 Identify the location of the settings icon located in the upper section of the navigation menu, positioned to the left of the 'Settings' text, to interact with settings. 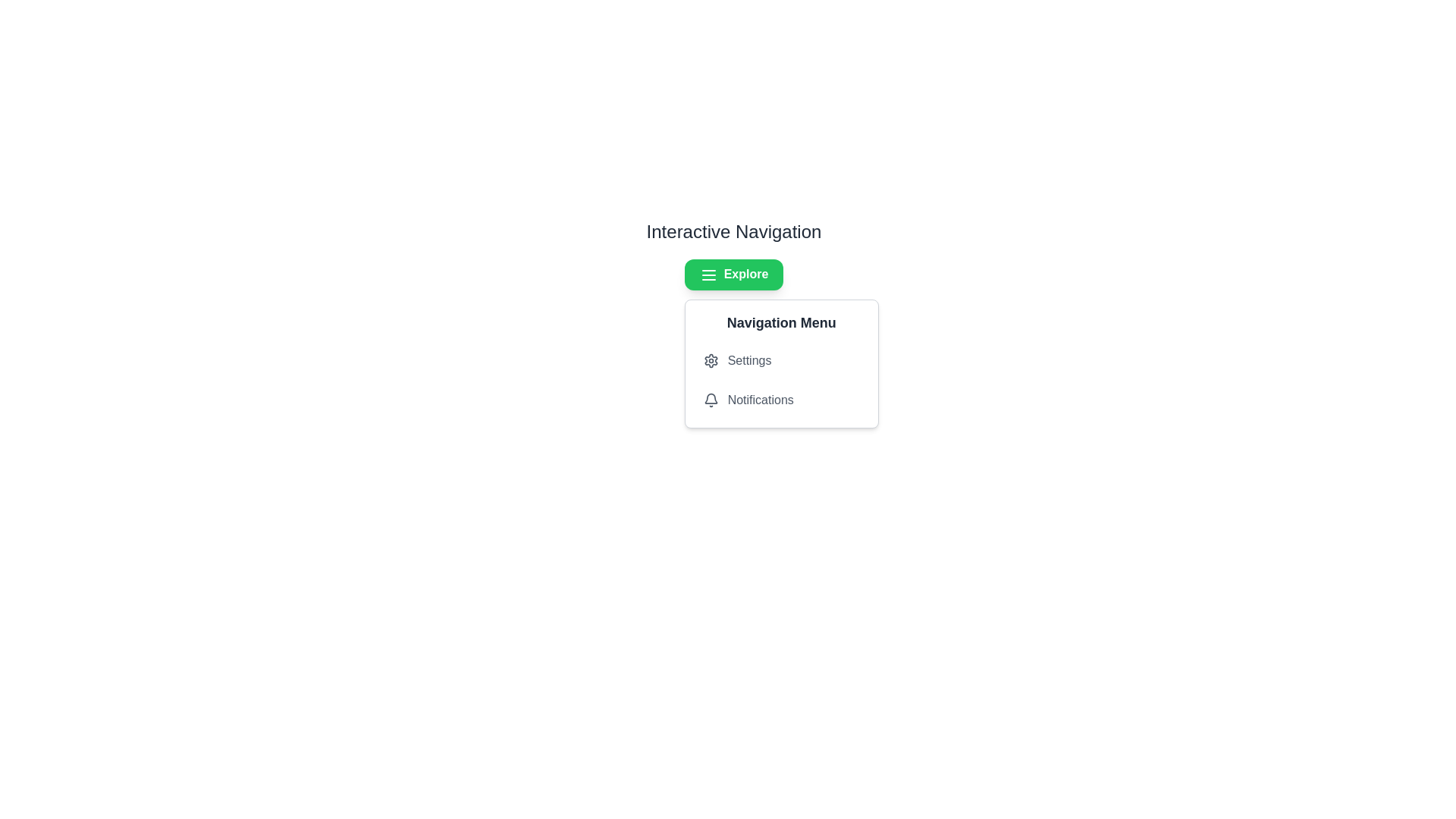
(710, 360).